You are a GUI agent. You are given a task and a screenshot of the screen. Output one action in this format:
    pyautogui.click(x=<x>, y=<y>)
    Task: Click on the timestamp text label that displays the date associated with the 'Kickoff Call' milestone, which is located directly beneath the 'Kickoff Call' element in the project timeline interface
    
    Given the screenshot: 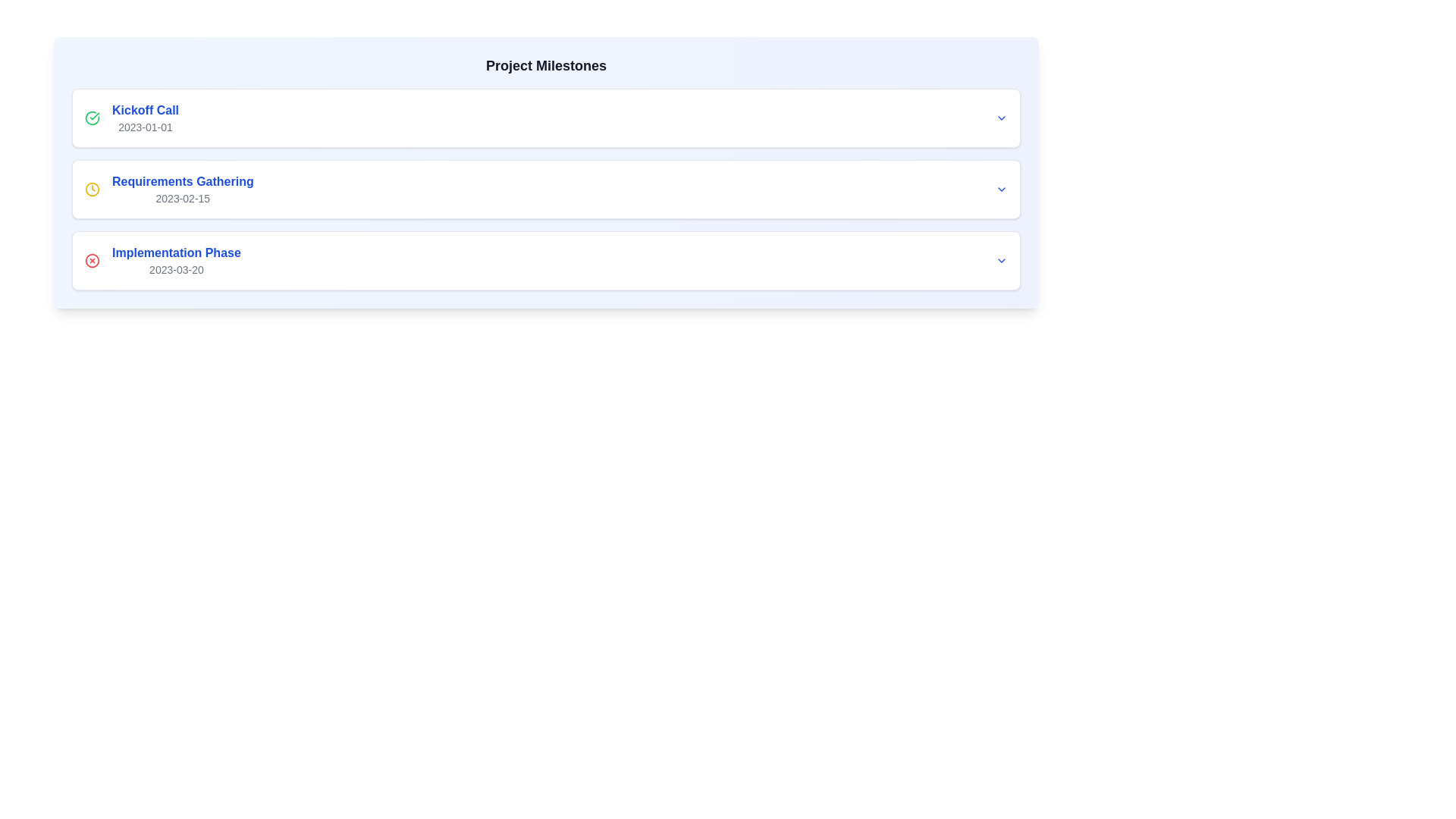 What is the action you would take?
    pyautogui.click(x=146, y=127)
    